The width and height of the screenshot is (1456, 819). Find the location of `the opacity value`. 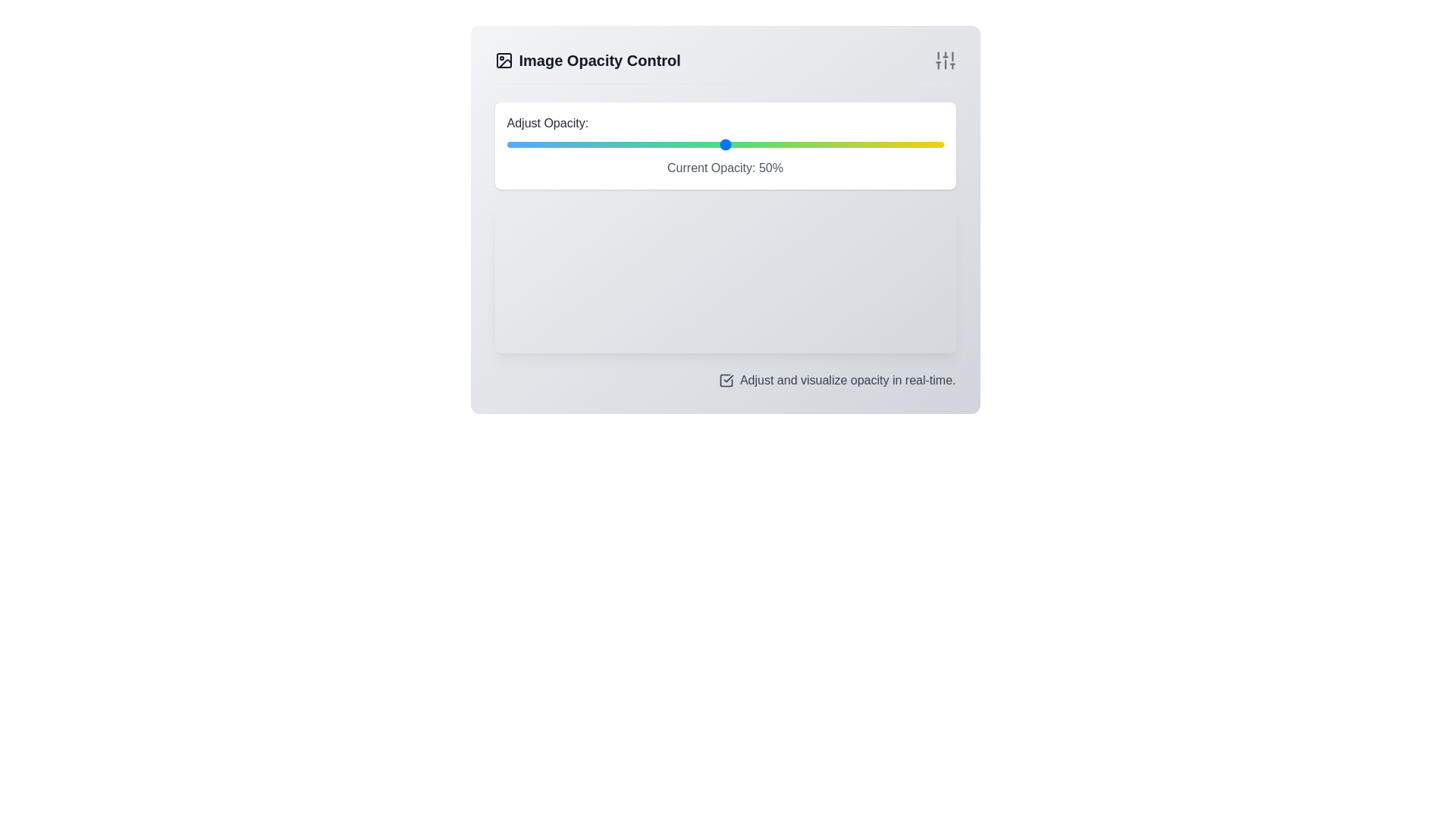

the opacity value is located at coordinates (934, 145).